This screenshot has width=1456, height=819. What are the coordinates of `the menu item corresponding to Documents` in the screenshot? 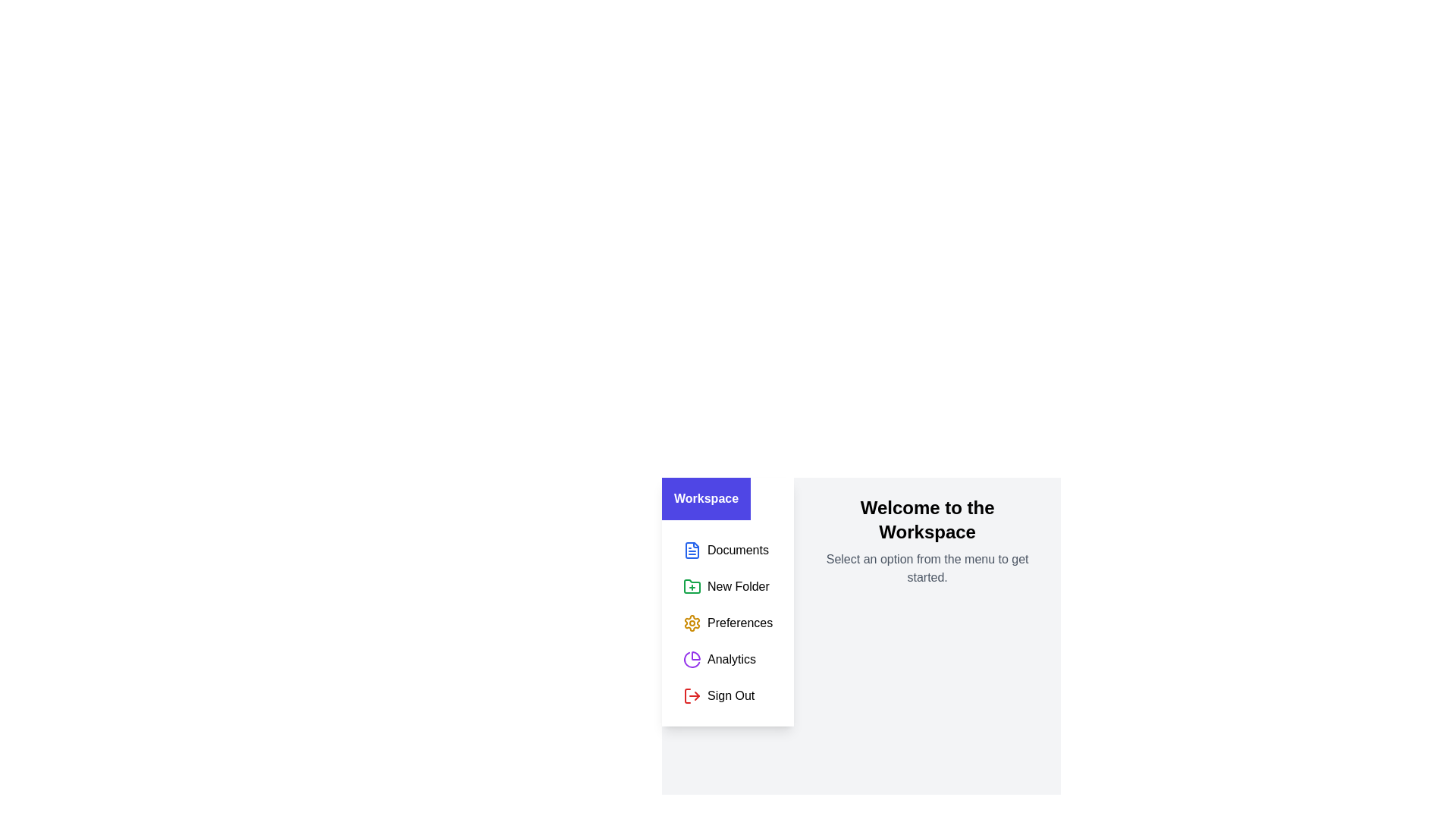 It's located at (728, 550).